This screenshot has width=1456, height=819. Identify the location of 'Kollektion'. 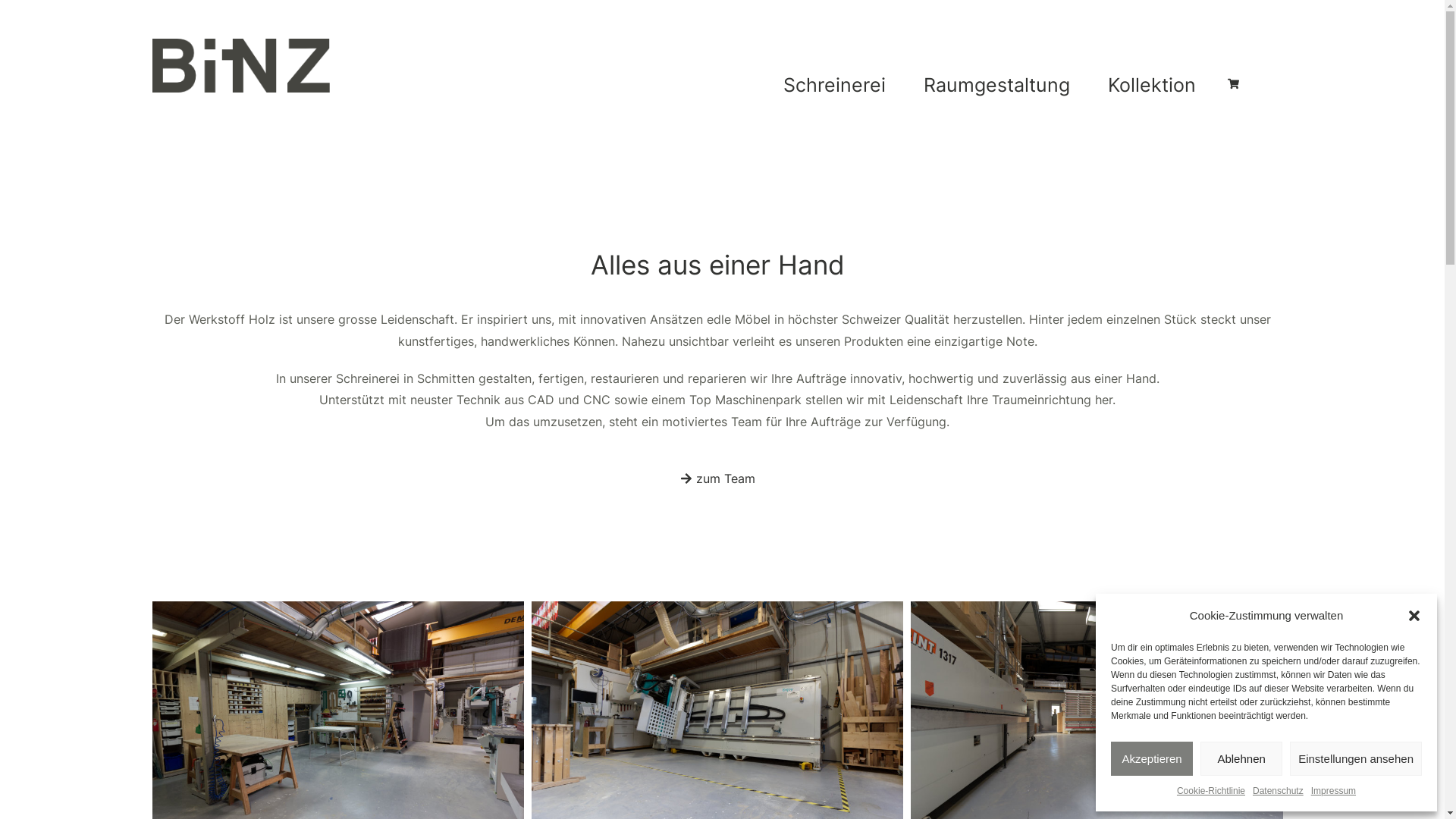
(1154, 84).